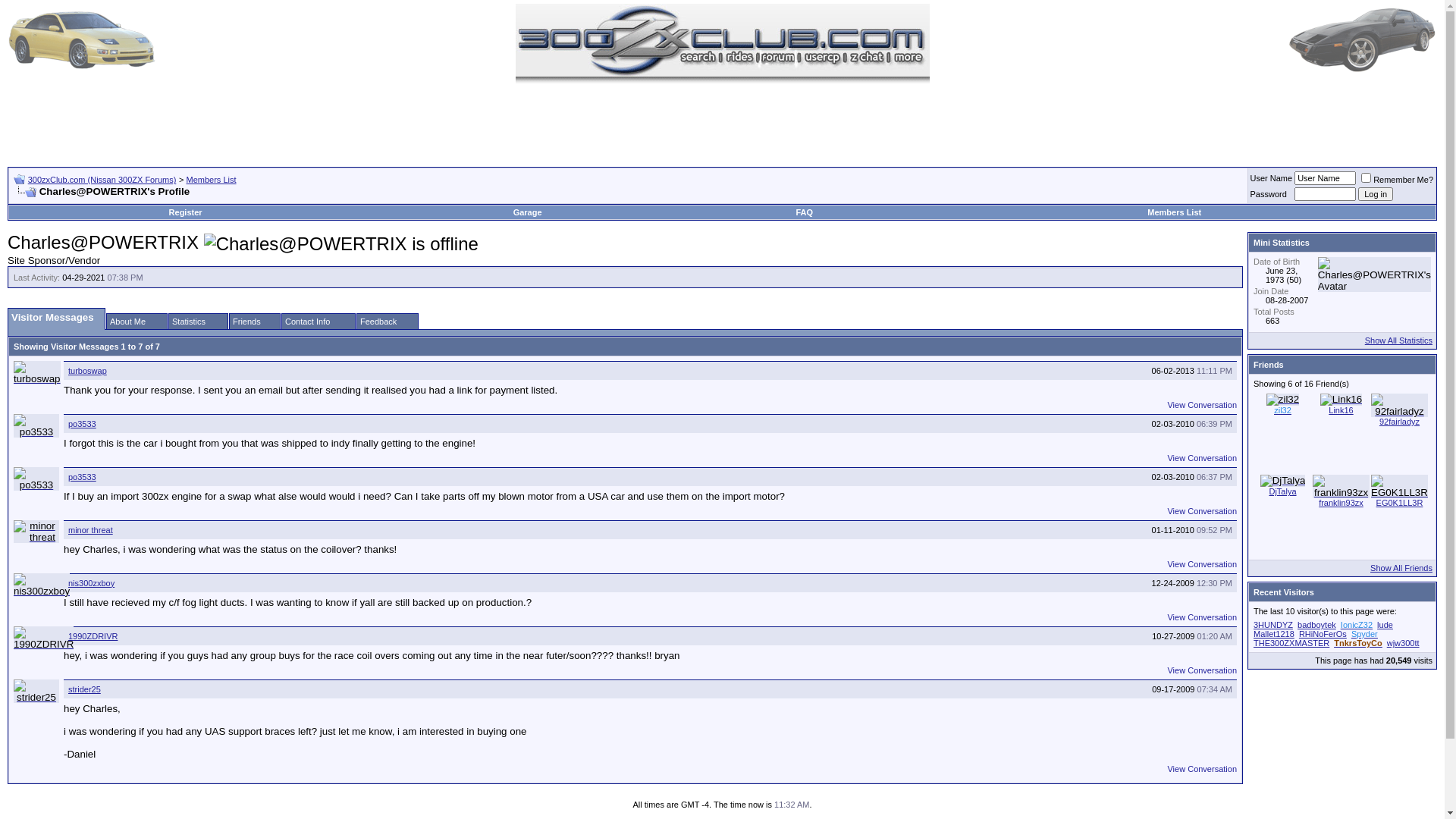  Describe the element at coordinates (1282, 399) in the screenshot. I see `'zil32'` at that location.